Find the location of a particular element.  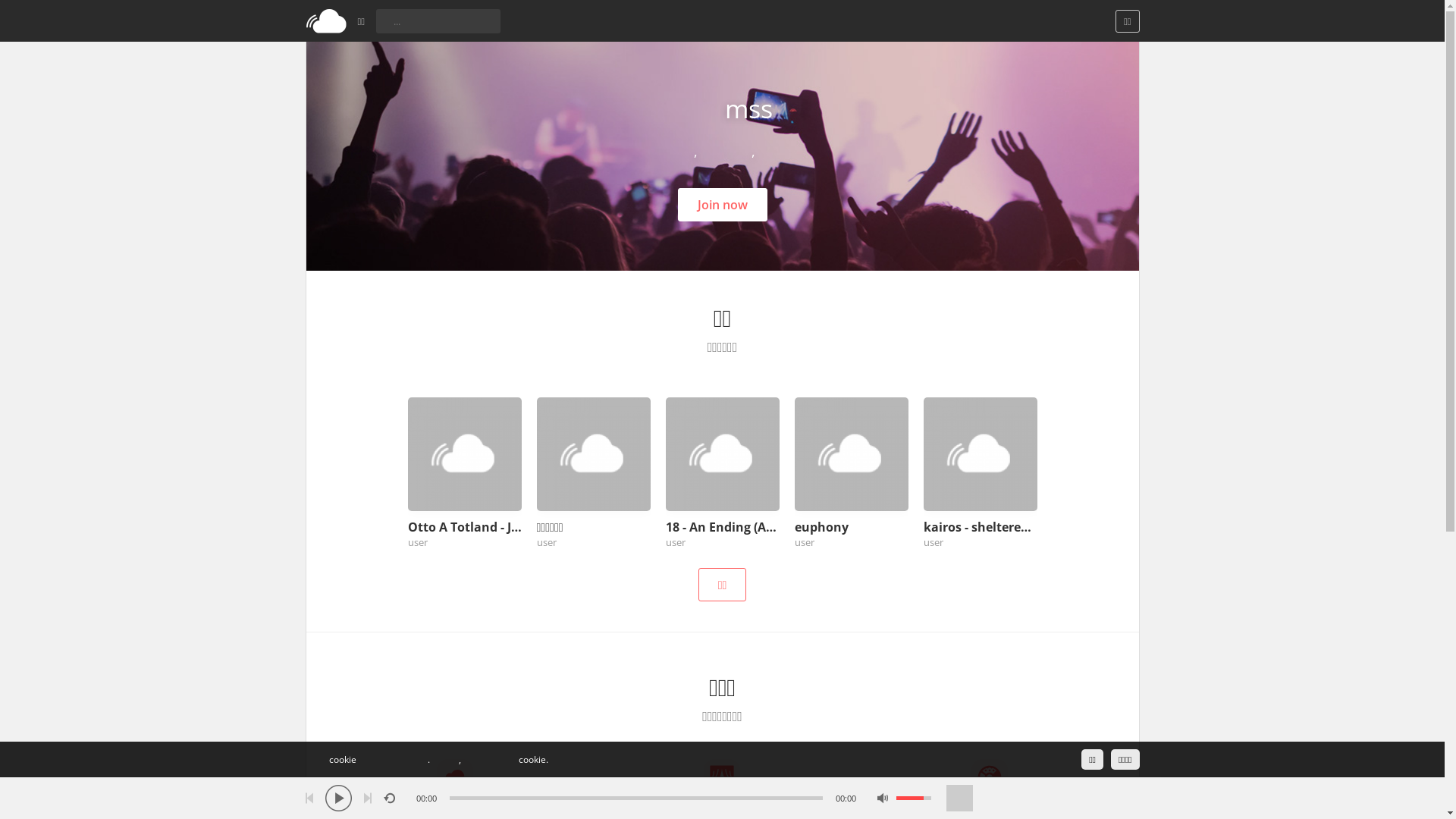

'user' is located at coordinates (666, 541).